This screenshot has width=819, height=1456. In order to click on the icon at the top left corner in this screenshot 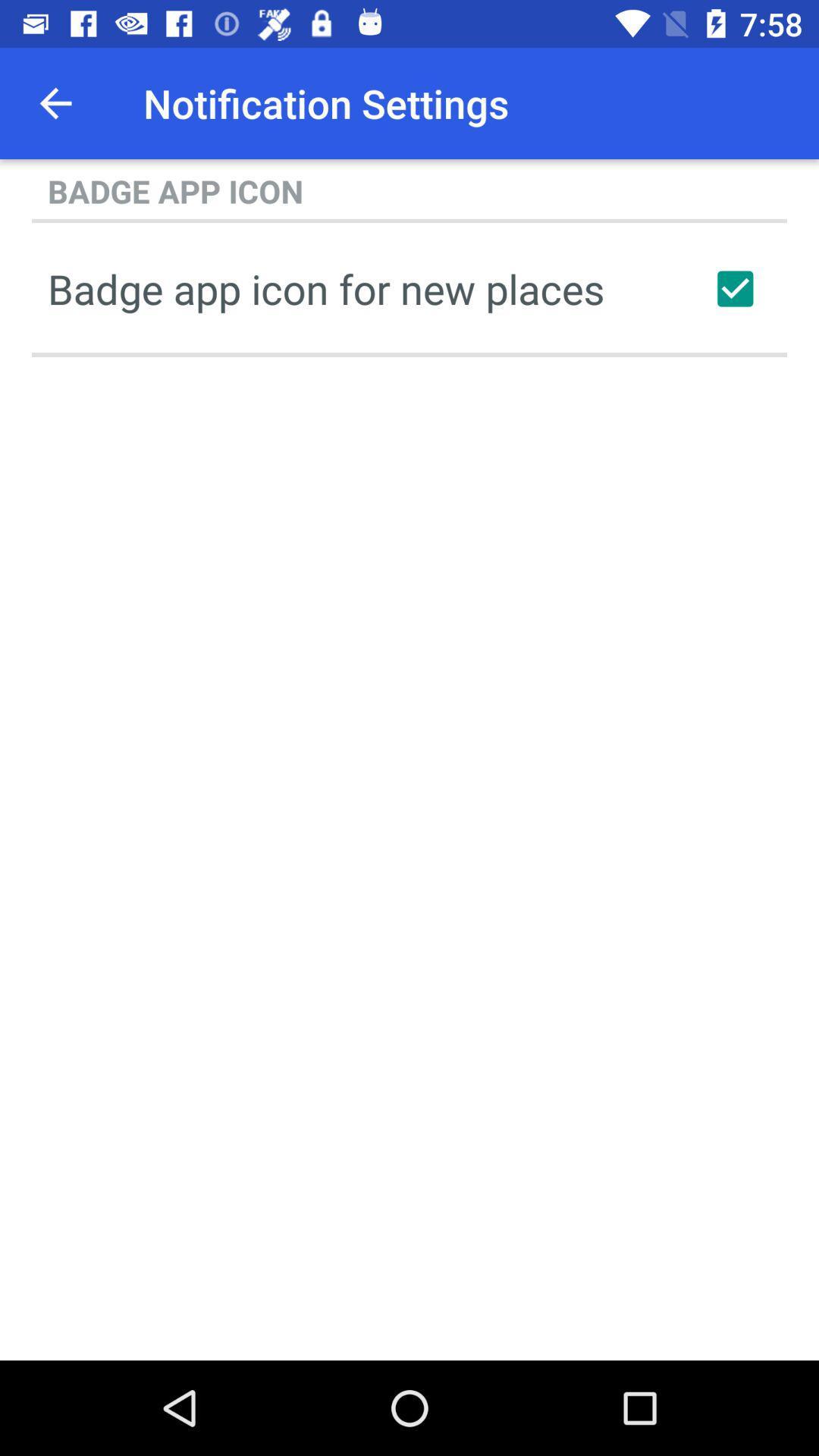, I will do `click(55, 102)`.